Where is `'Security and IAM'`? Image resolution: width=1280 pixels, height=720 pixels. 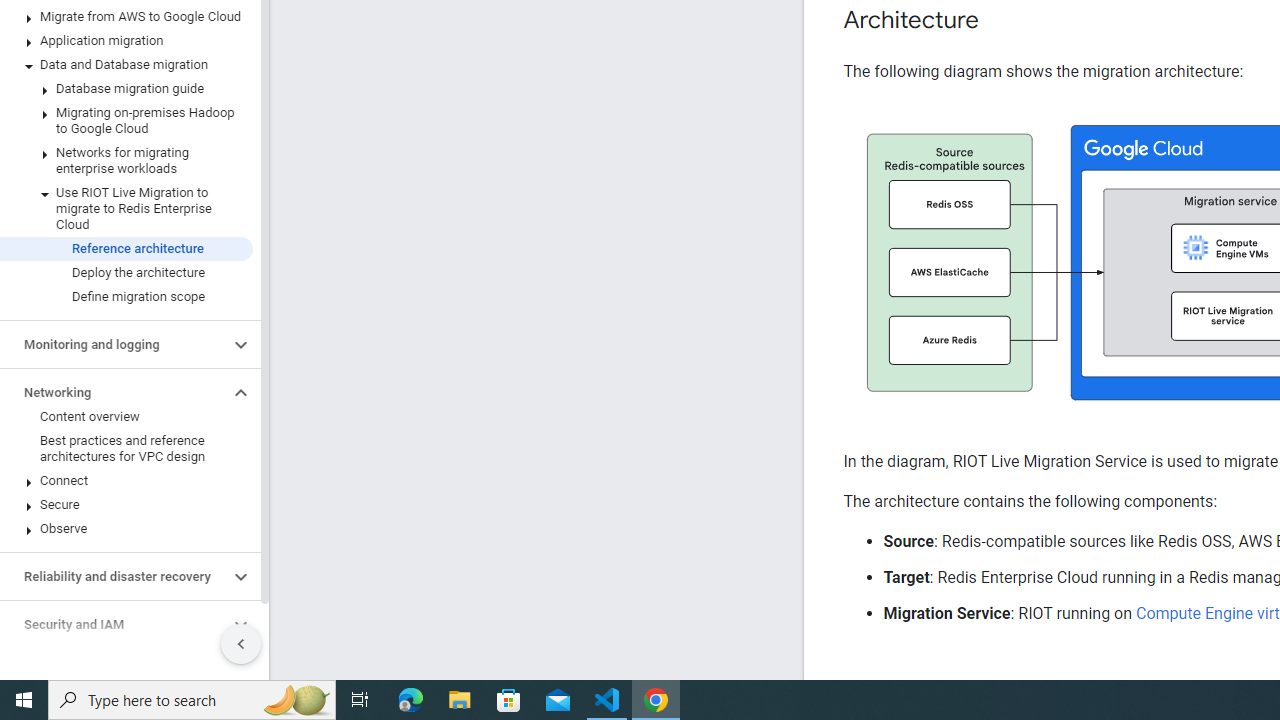 'Security and IAM' is located at coordinates (113, 623).